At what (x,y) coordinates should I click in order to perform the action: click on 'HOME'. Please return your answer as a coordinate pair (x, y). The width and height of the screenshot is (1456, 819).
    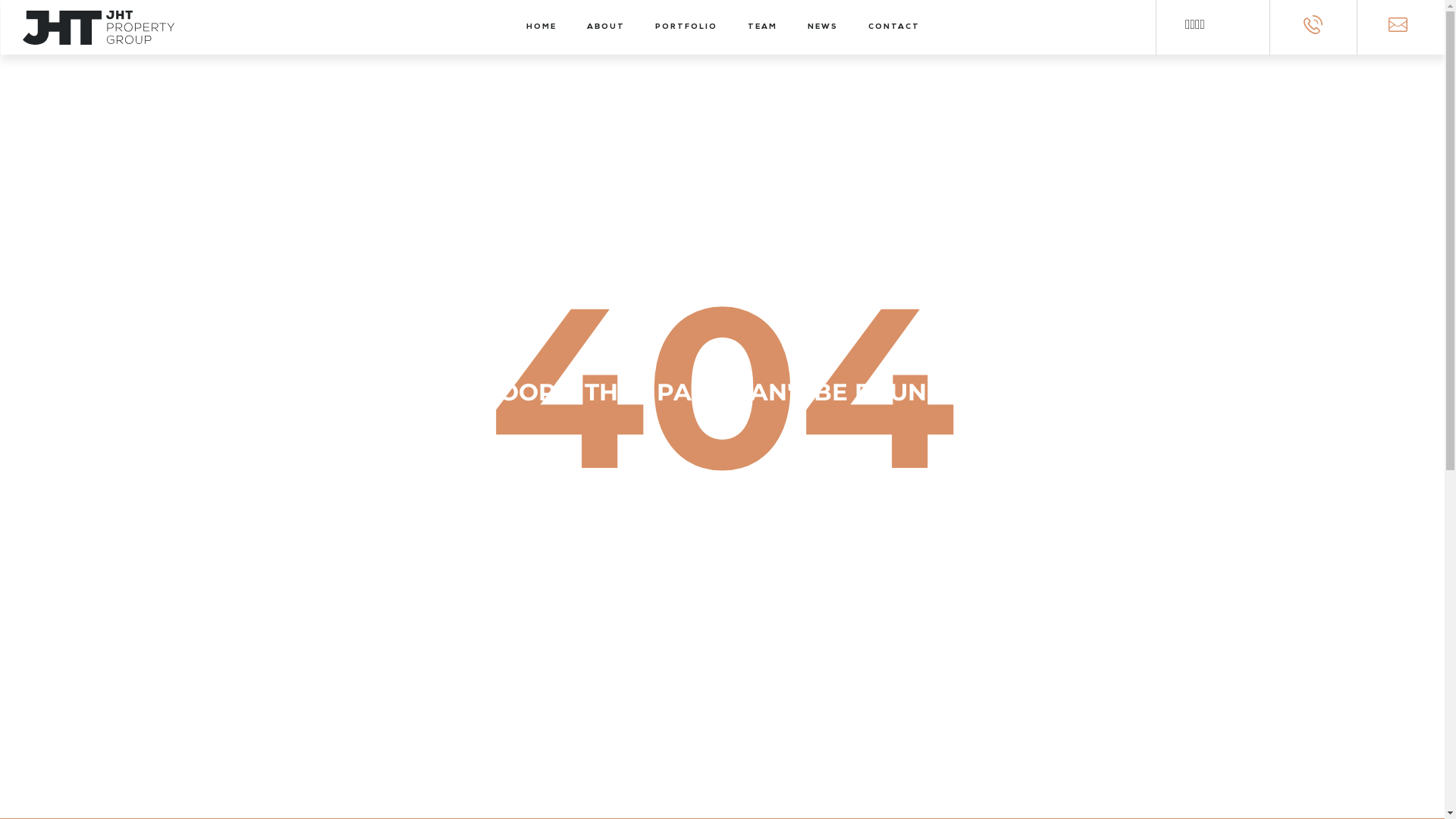
    Looking at the image, I should click on (541, 27).